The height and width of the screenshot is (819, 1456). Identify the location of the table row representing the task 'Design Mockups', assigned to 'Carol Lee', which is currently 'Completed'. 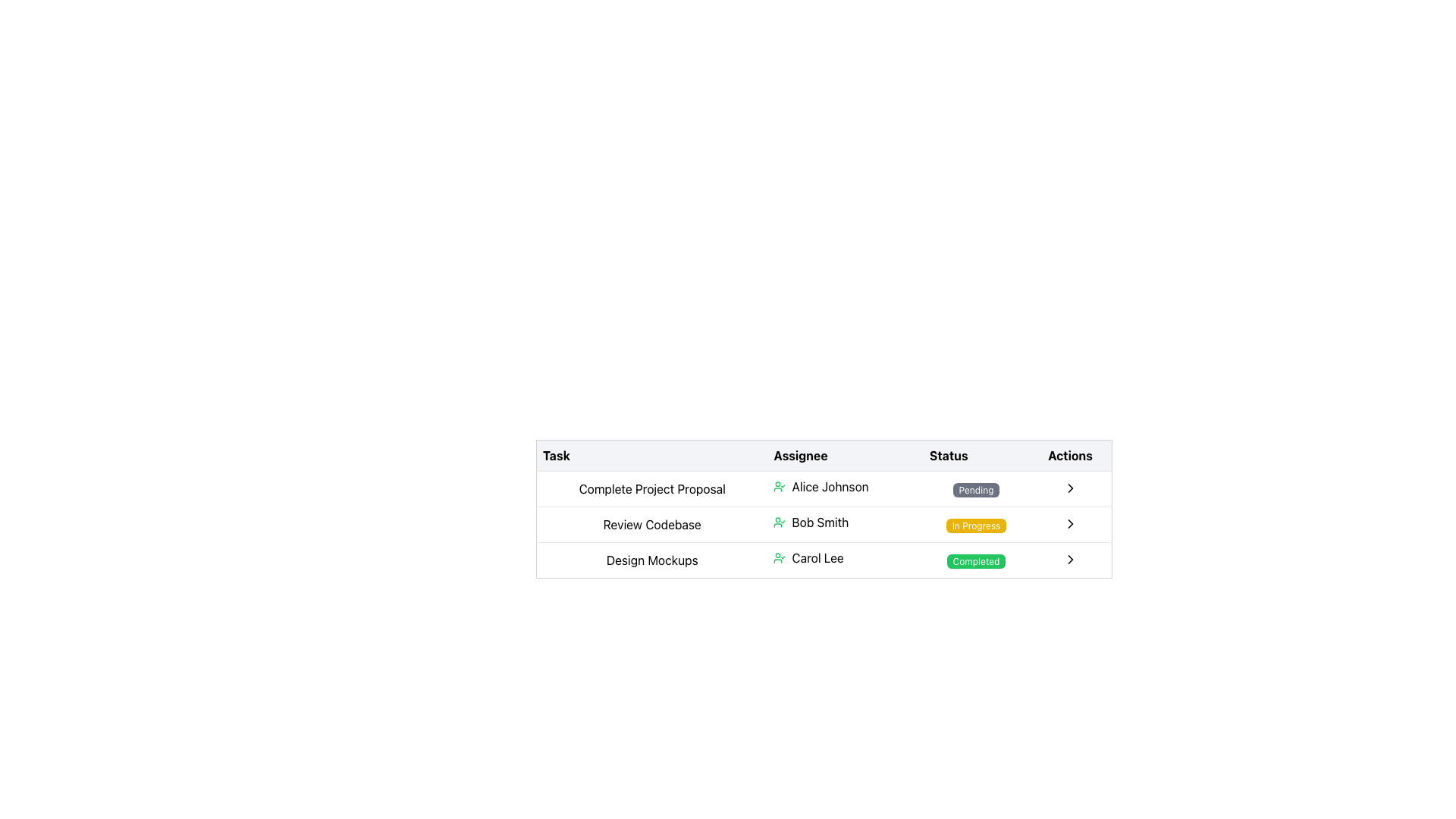
(823, 560).